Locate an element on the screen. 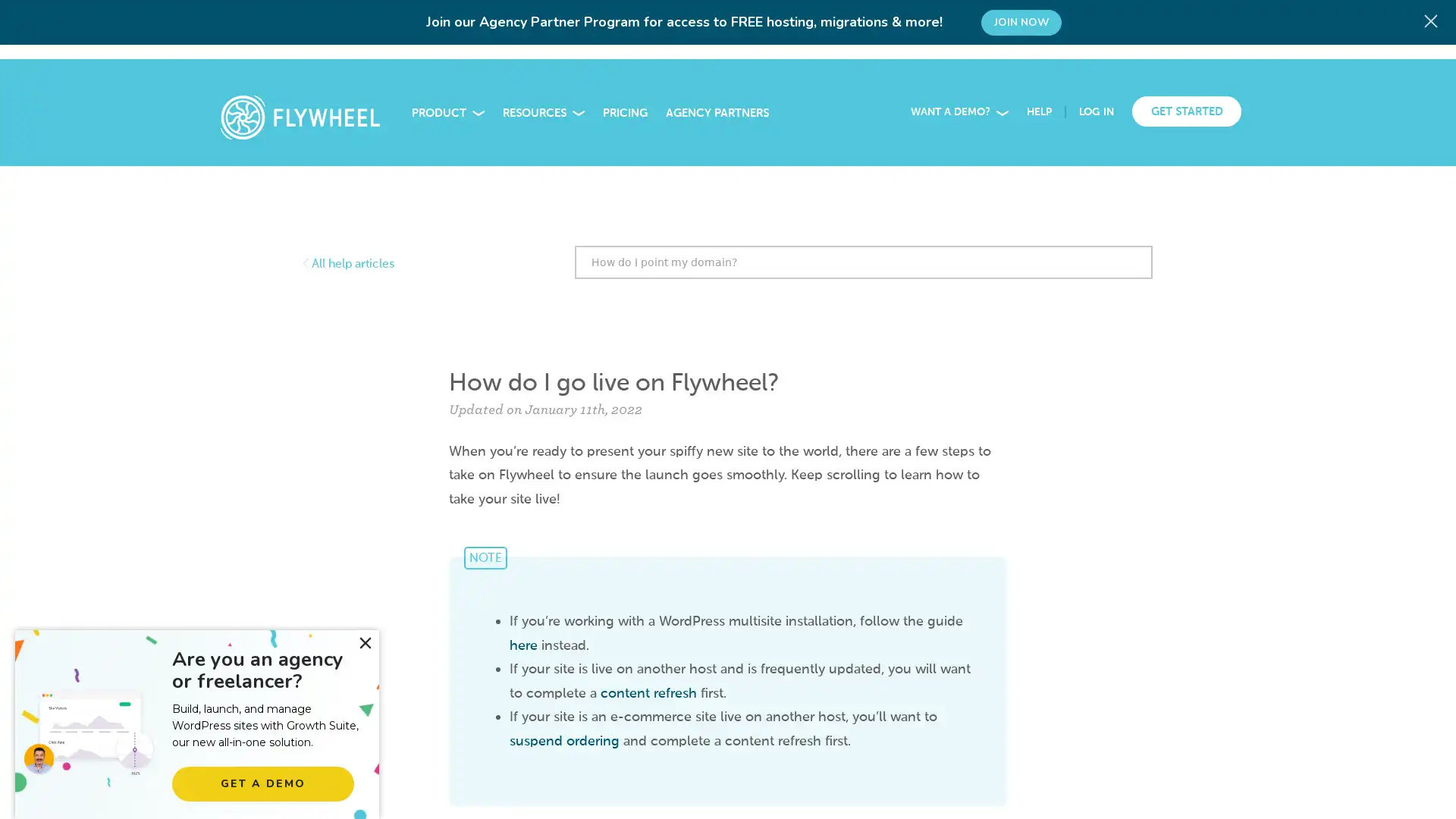 The image size is (1456, 819). GET A DEMO is located at coordinates (262, 783).